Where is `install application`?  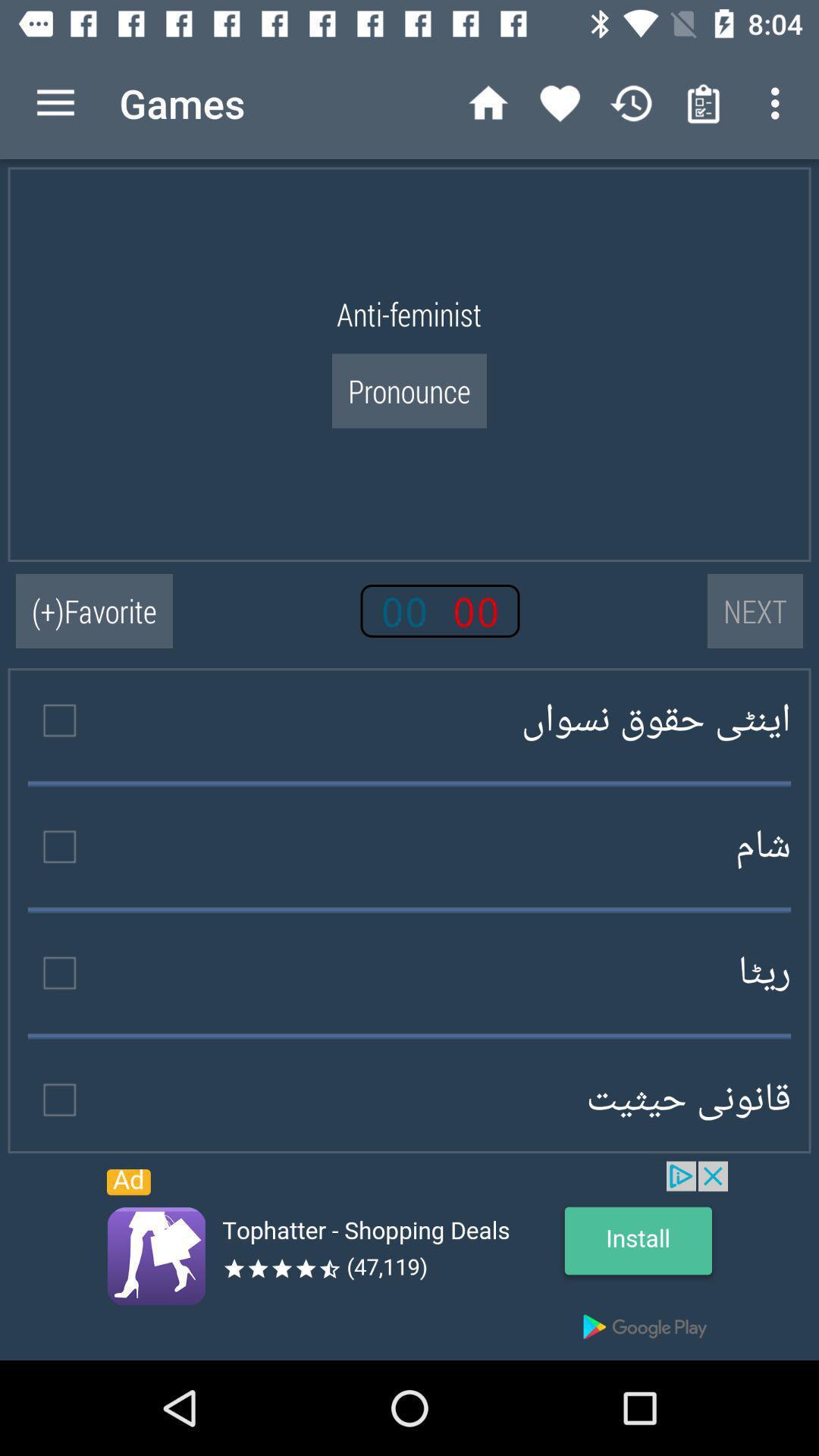
install application is located at coordinates (409, 1260).